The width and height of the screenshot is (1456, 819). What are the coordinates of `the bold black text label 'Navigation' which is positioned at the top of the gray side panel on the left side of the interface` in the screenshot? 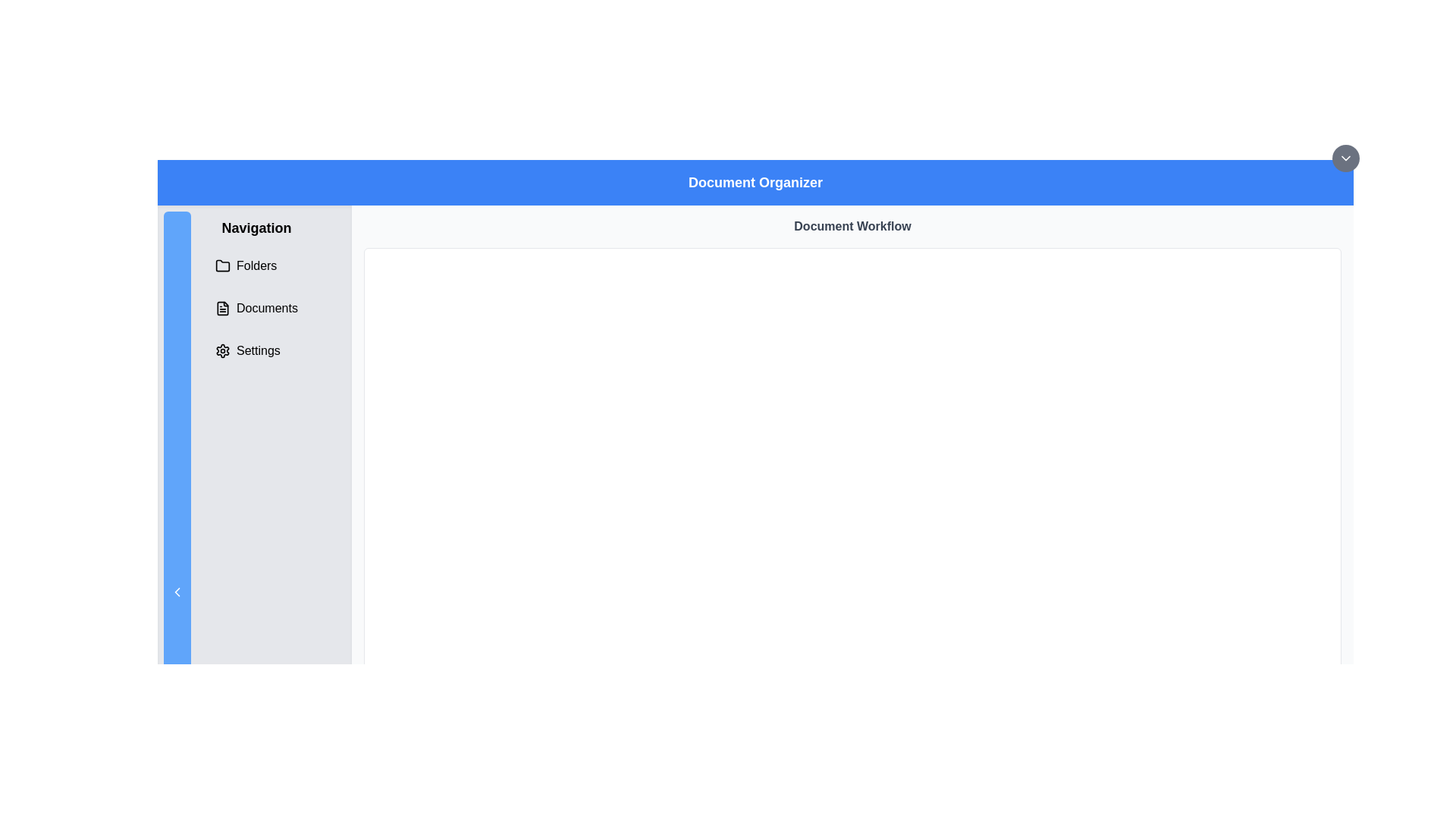 It's located at (256, 227).